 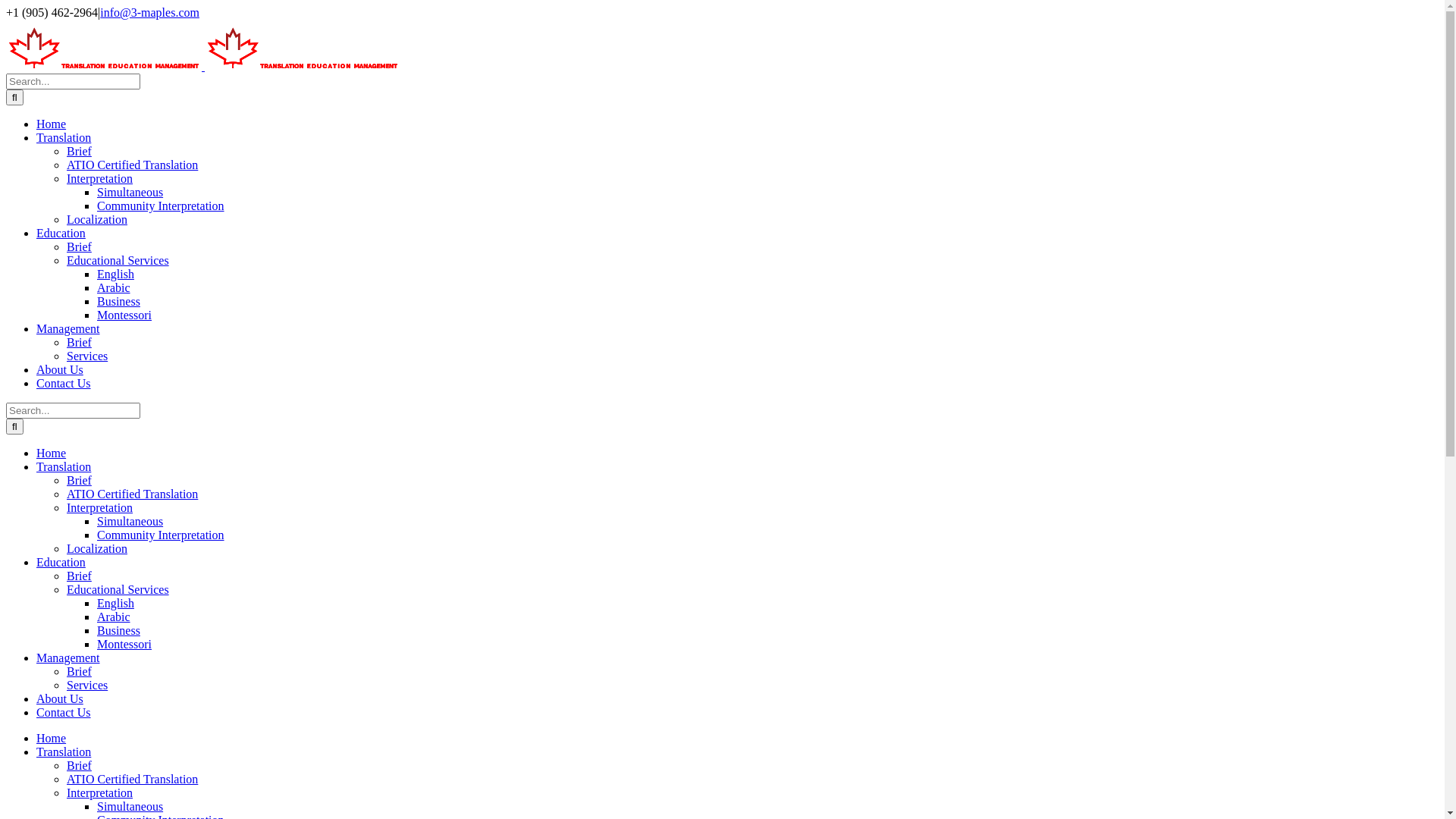 I want to click on 'info@3-maples.com', so click(x=99, y=12).